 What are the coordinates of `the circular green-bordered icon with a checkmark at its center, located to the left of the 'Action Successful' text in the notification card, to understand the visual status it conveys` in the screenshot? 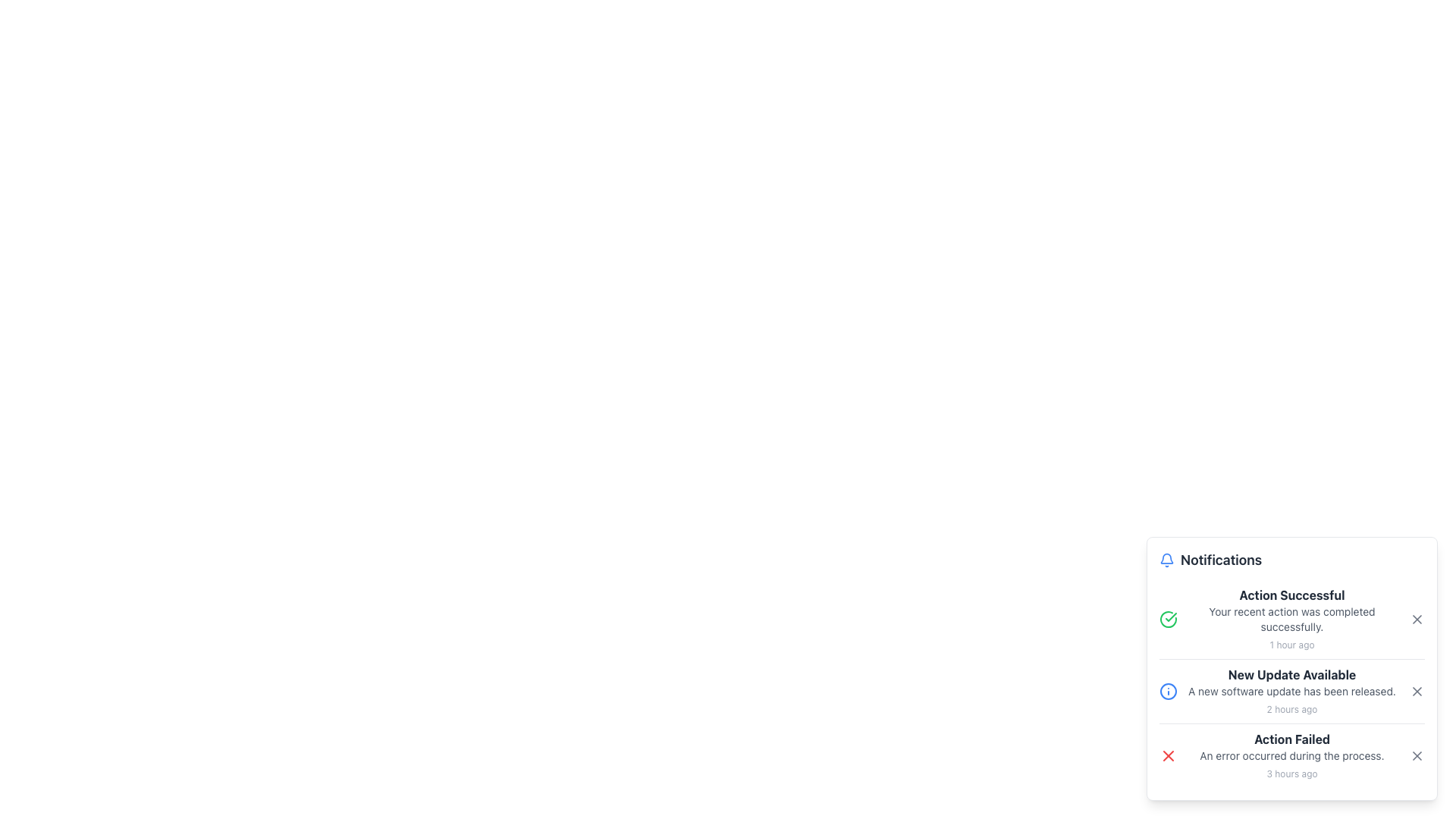 It's located at (1167, 620).